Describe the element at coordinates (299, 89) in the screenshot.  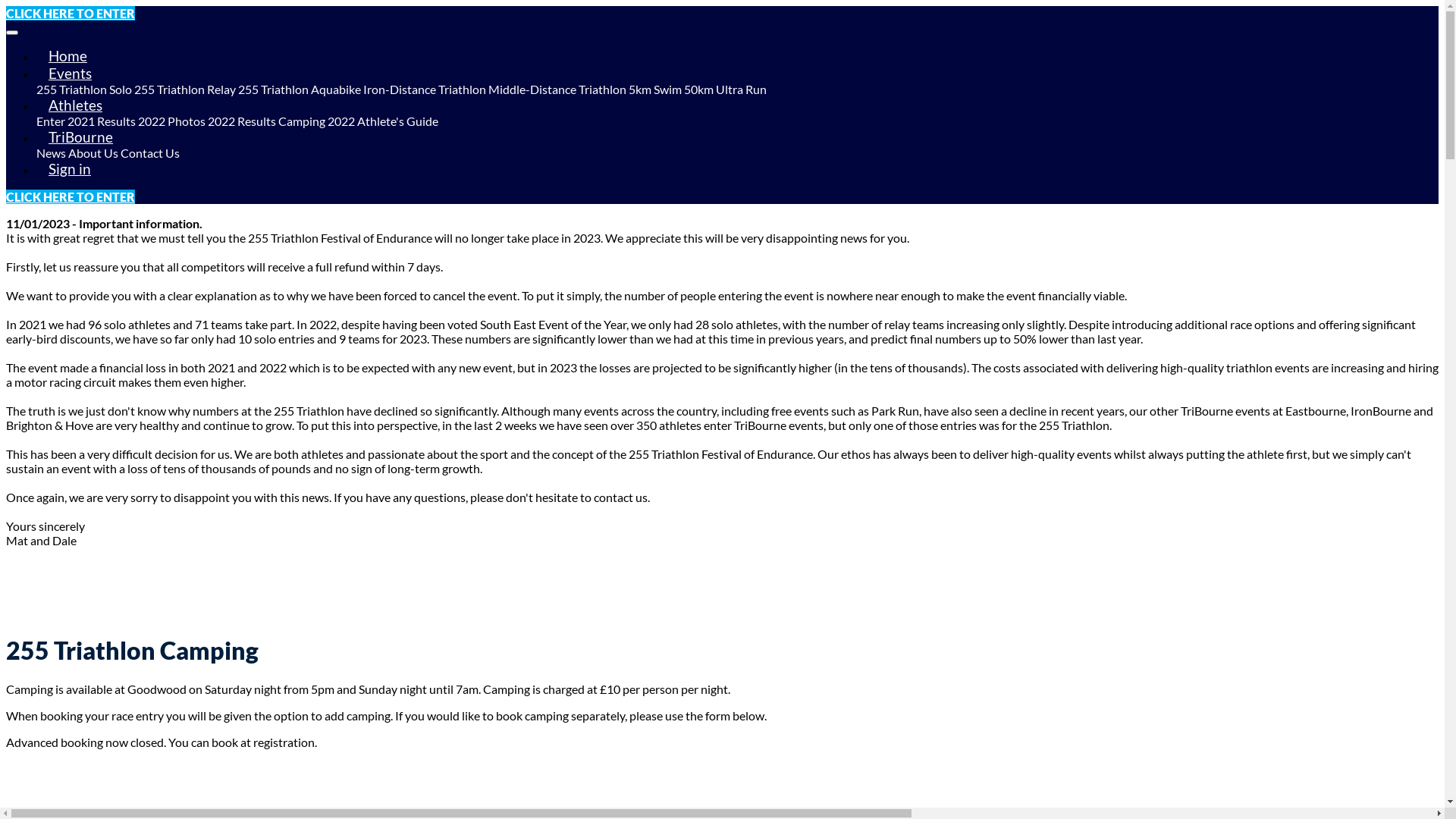
I see `'255 Triathlon Aquabike'` at that location.